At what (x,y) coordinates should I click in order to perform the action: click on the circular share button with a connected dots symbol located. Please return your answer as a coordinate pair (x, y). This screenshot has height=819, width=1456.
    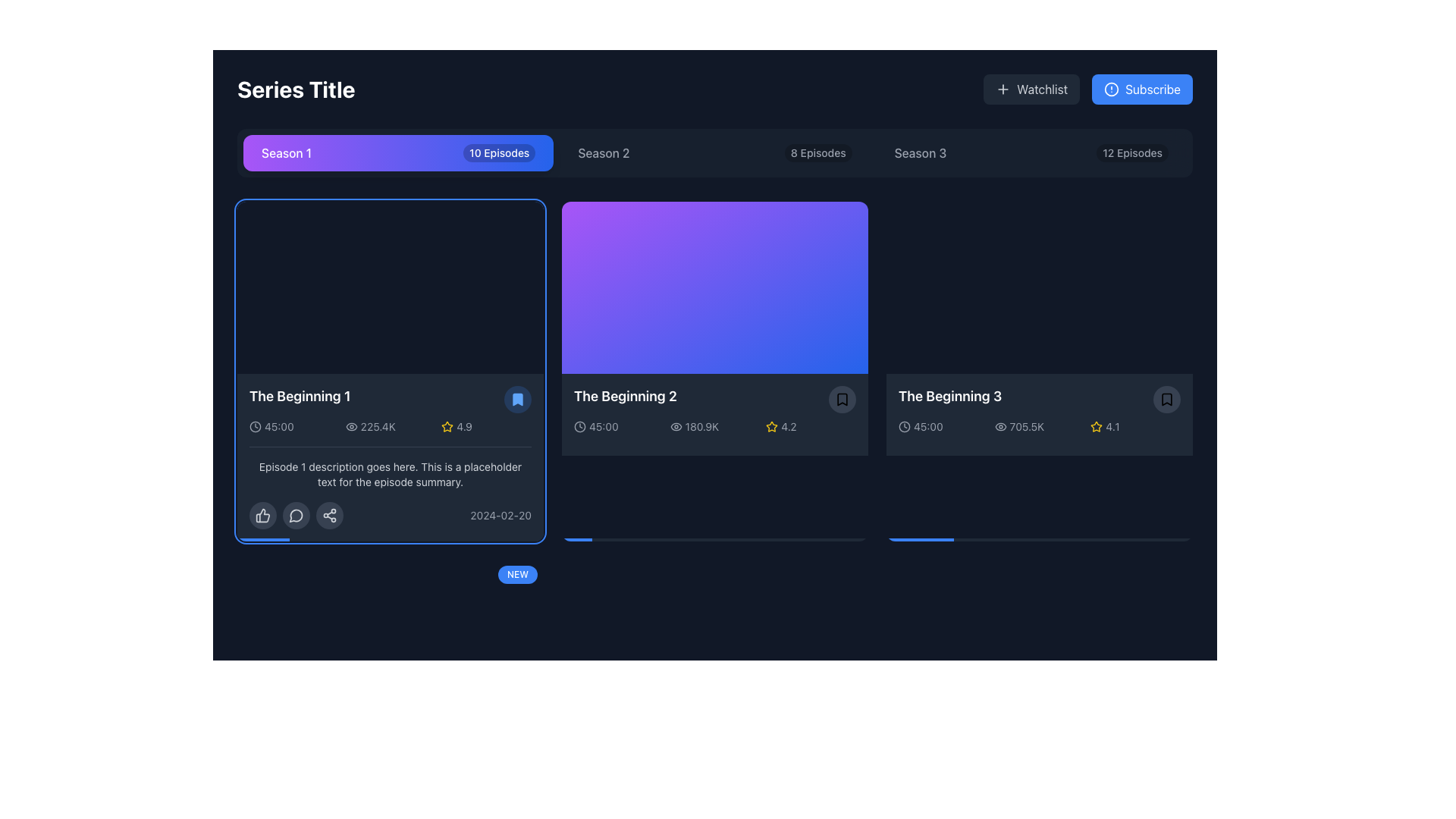
    Looking at the image, I should click on (329, 514).